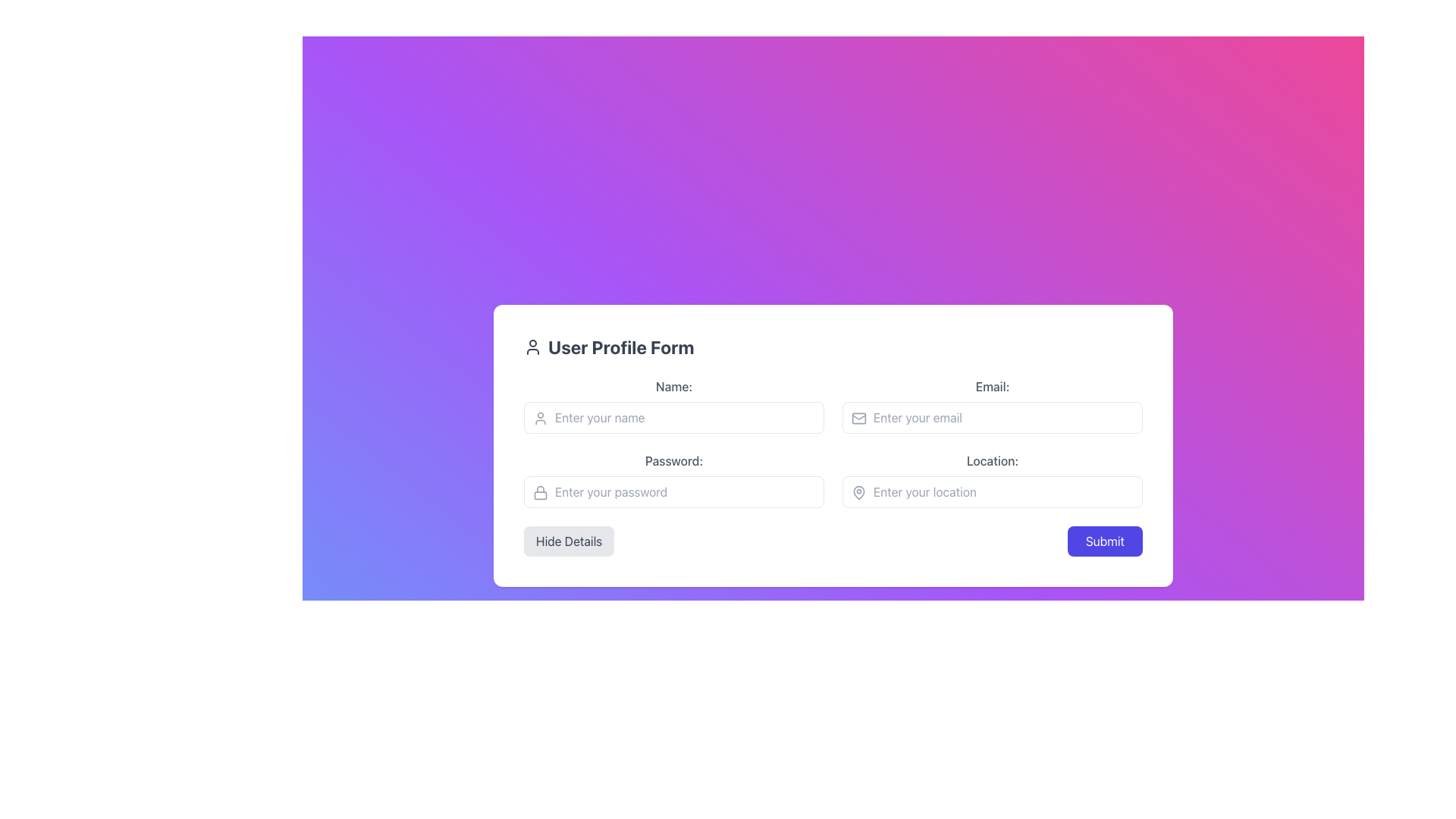 Image resolution: width=1456 pixels, height=819 pixels. I want to click on the password input field with the placeholder 'Enter your password' in the 'User Profile Form' to focus on it, so click(673, 491).